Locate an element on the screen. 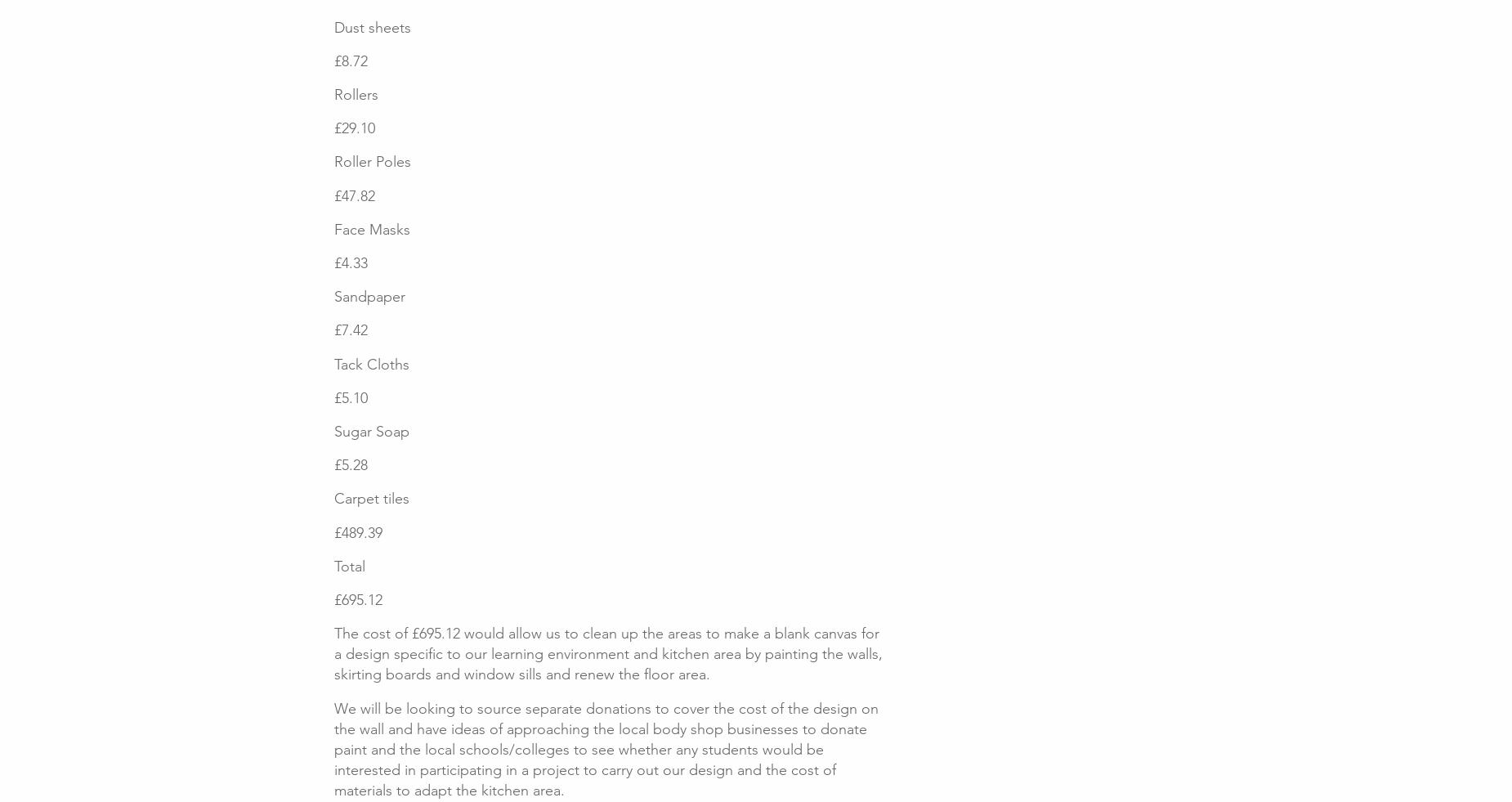  'Tack Cloths' is located at coordinates (370, 362).